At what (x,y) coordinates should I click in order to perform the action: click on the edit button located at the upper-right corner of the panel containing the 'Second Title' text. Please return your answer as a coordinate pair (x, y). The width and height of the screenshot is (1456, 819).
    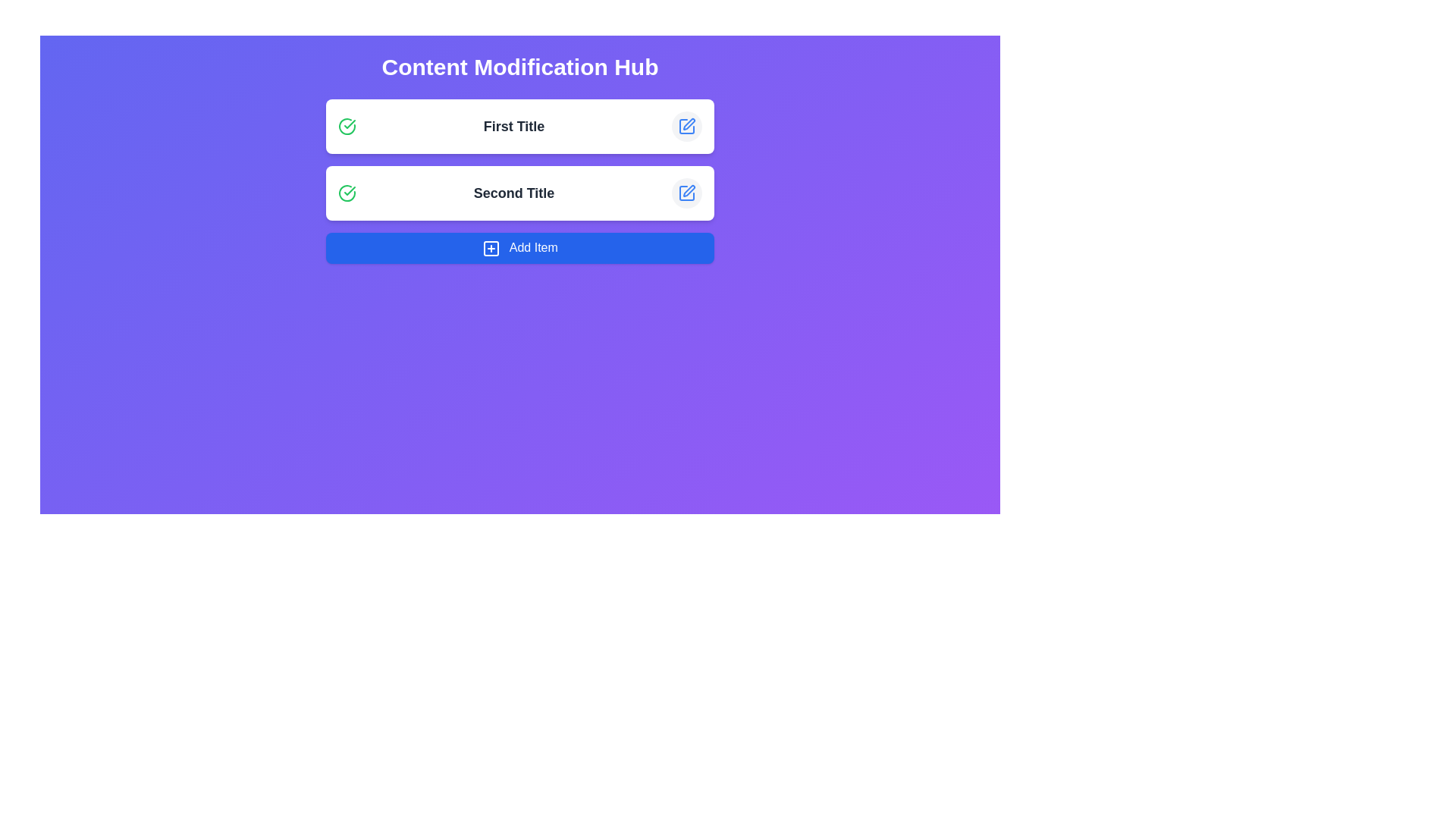
    Looking at the image, I should click on (686, 192).